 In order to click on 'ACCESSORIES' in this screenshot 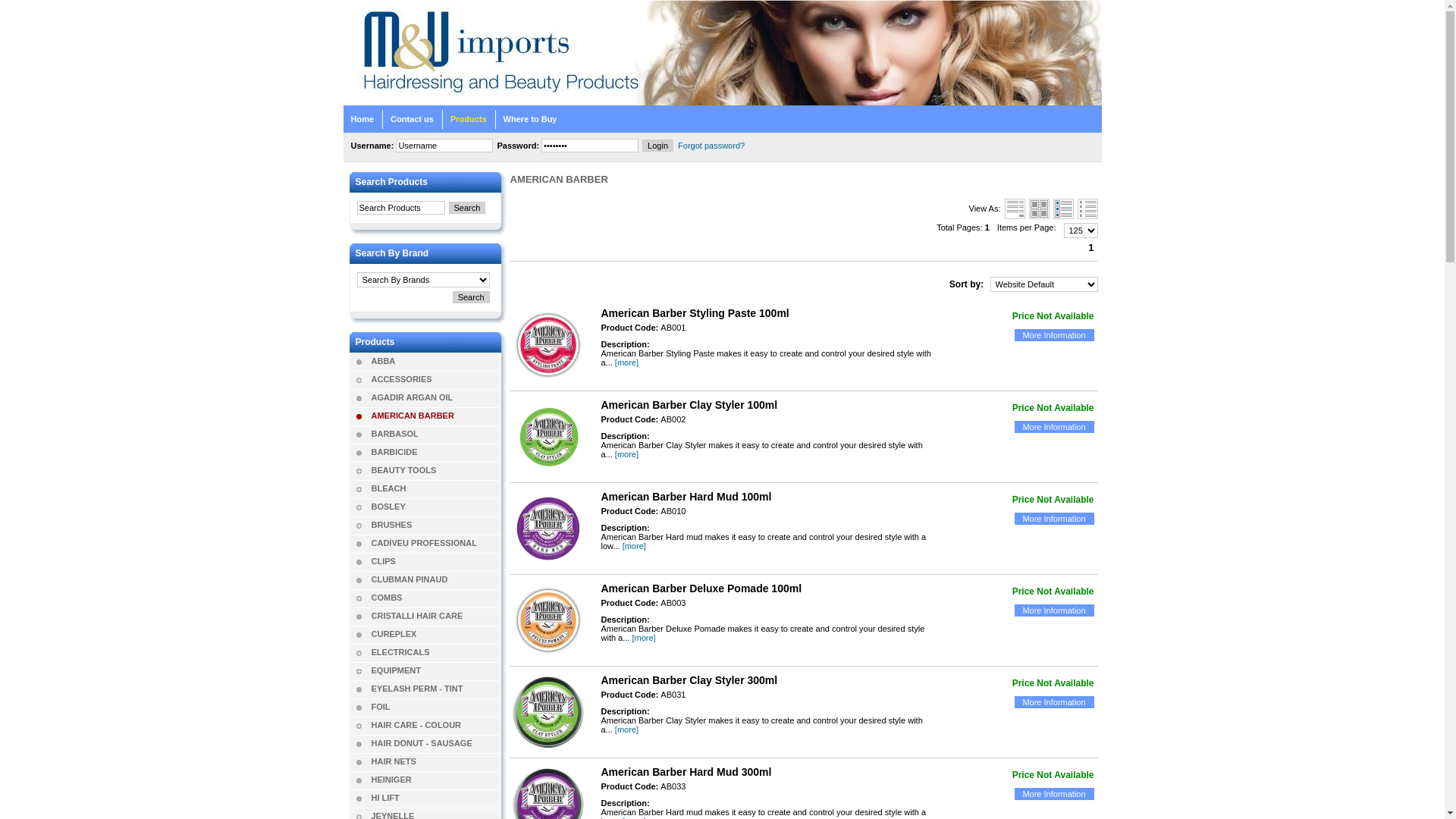, I will do `click(435, 378)`.